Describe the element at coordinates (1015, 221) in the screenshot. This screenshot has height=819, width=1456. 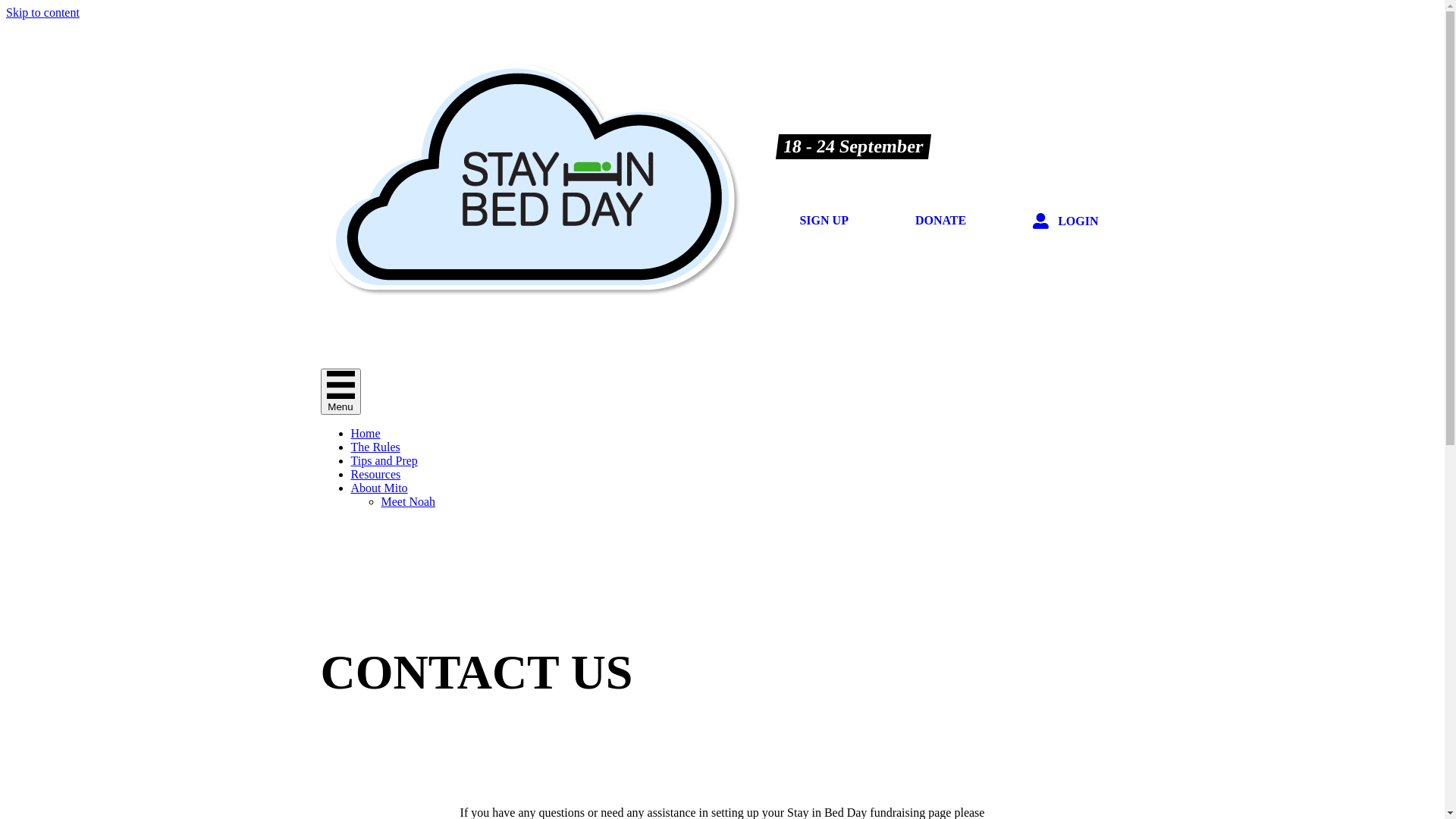
I see `'LOGIN'` at that location.